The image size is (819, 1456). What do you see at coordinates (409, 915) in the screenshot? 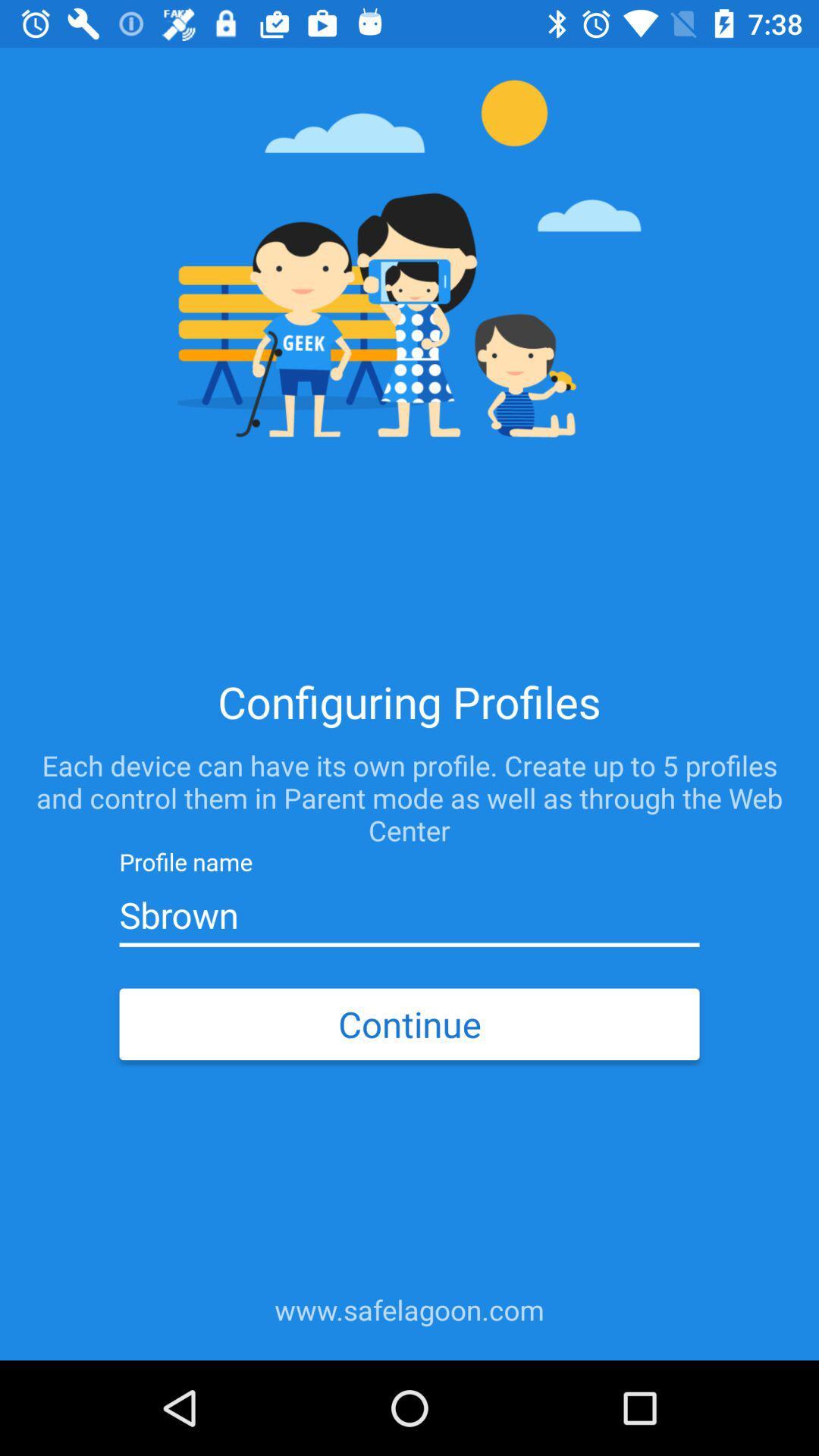
I see `item above the continue icon` at bounding box center [409, 915].